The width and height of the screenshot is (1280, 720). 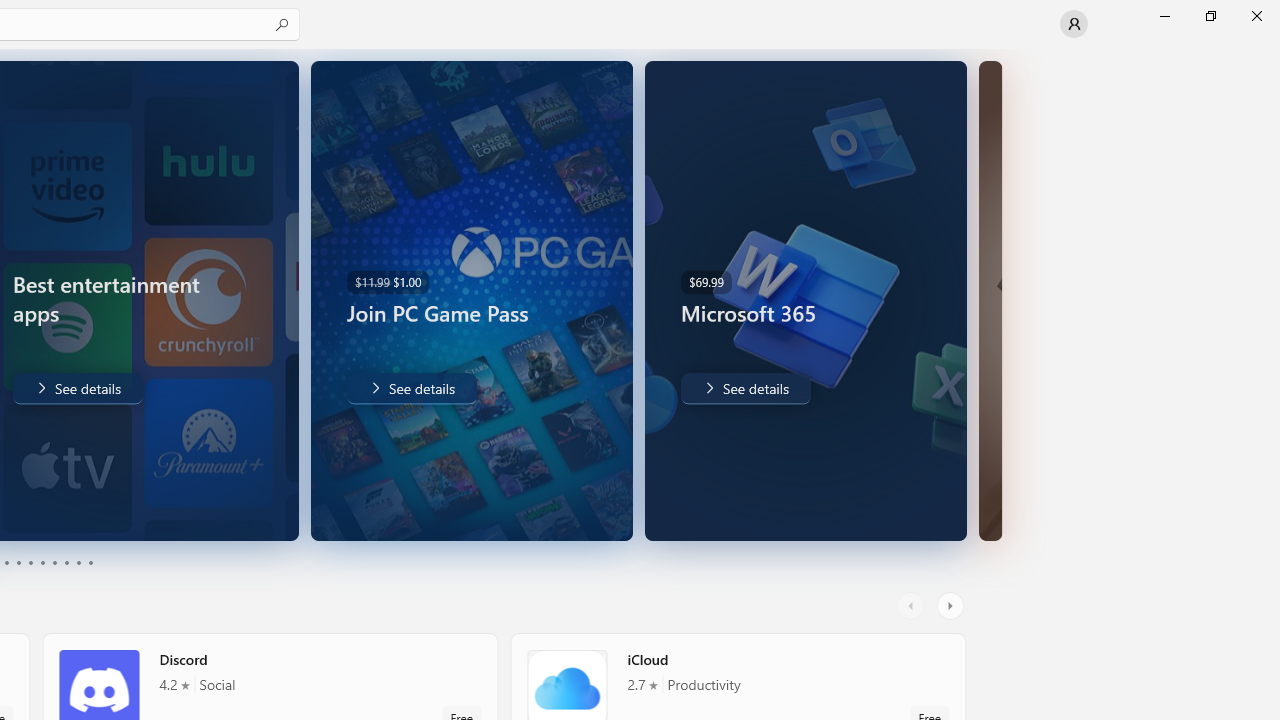 I want to click on 'Restore Microsoft Store', so click(x=1209, y=15).